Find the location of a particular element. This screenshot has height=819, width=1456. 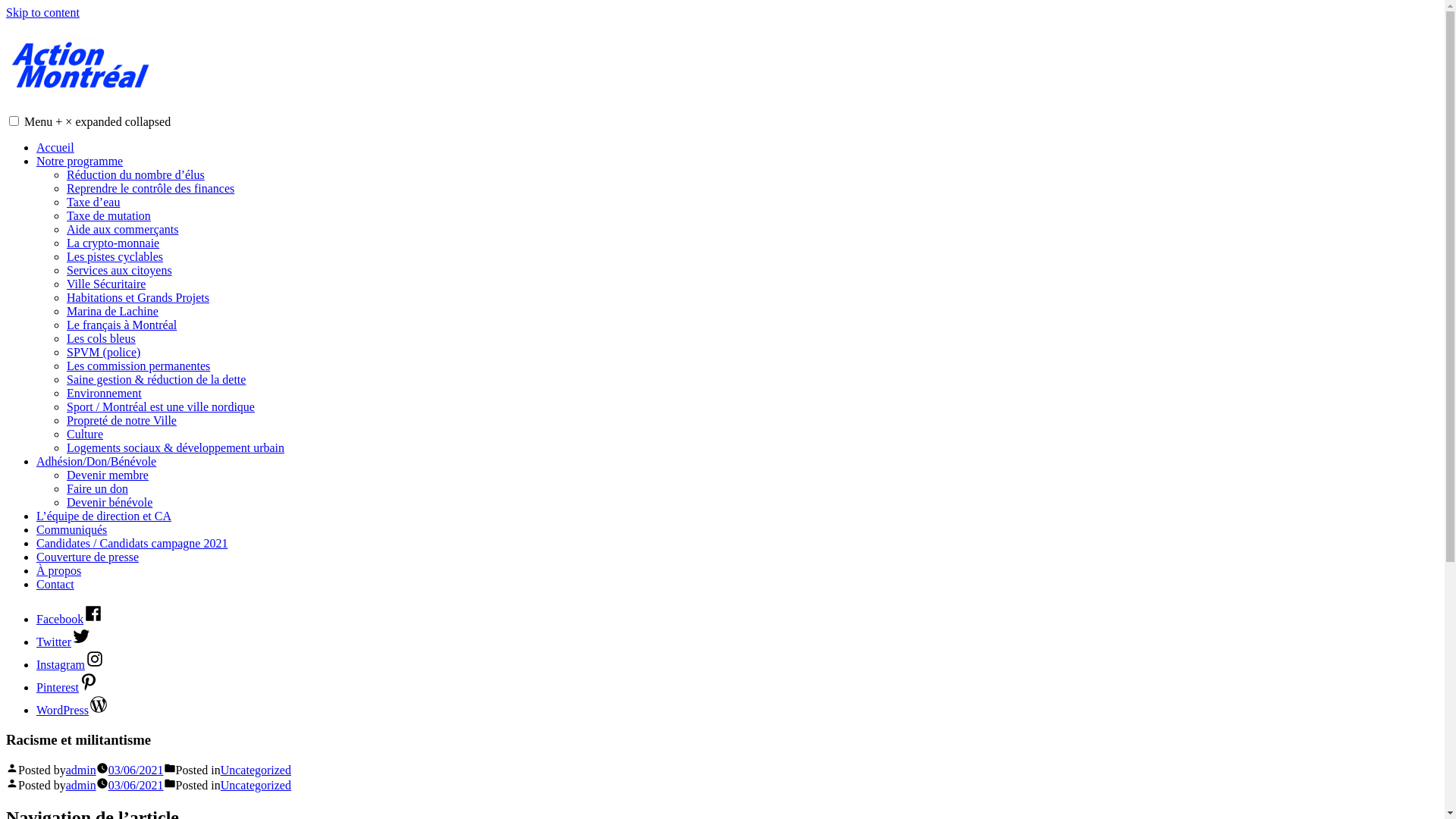

'Services aux citoyens' is located at coordinates (65, 269).